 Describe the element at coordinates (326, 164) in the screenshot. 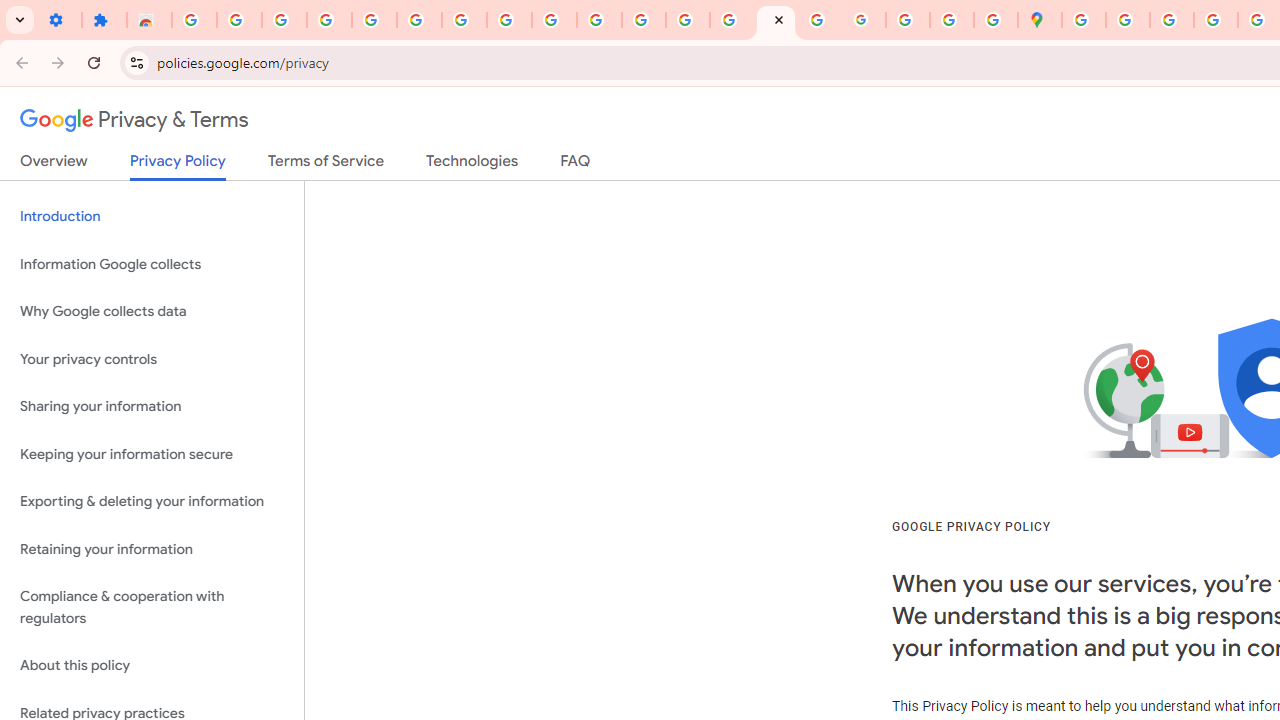

I see `'Terms of Service'` at that location.